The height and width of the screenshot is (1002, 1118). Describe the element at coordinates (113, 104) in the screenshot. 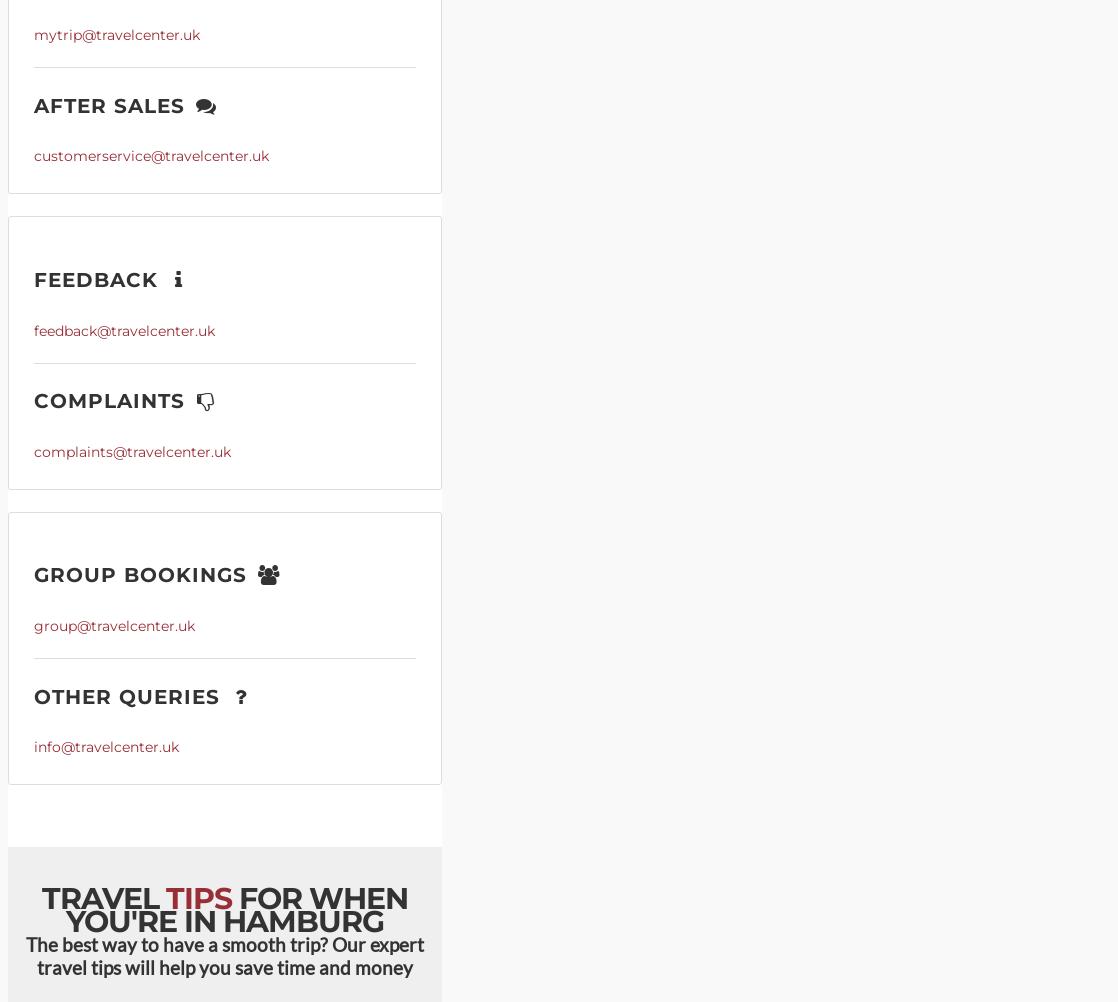

I see `'After Sales'` at that location.